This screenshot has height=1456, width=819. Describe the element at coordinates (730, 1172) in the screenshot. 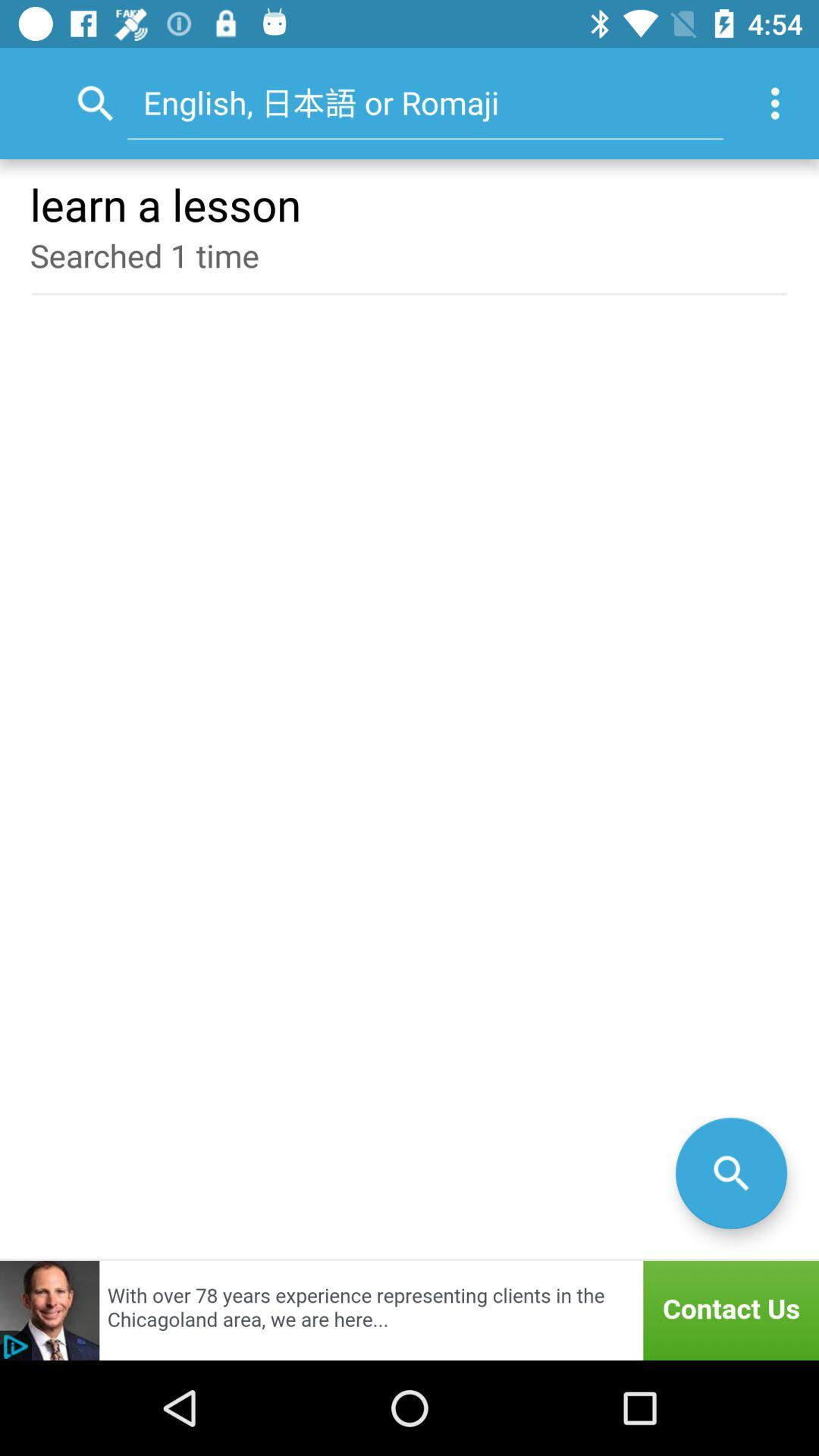

I see `favorite` at that location.